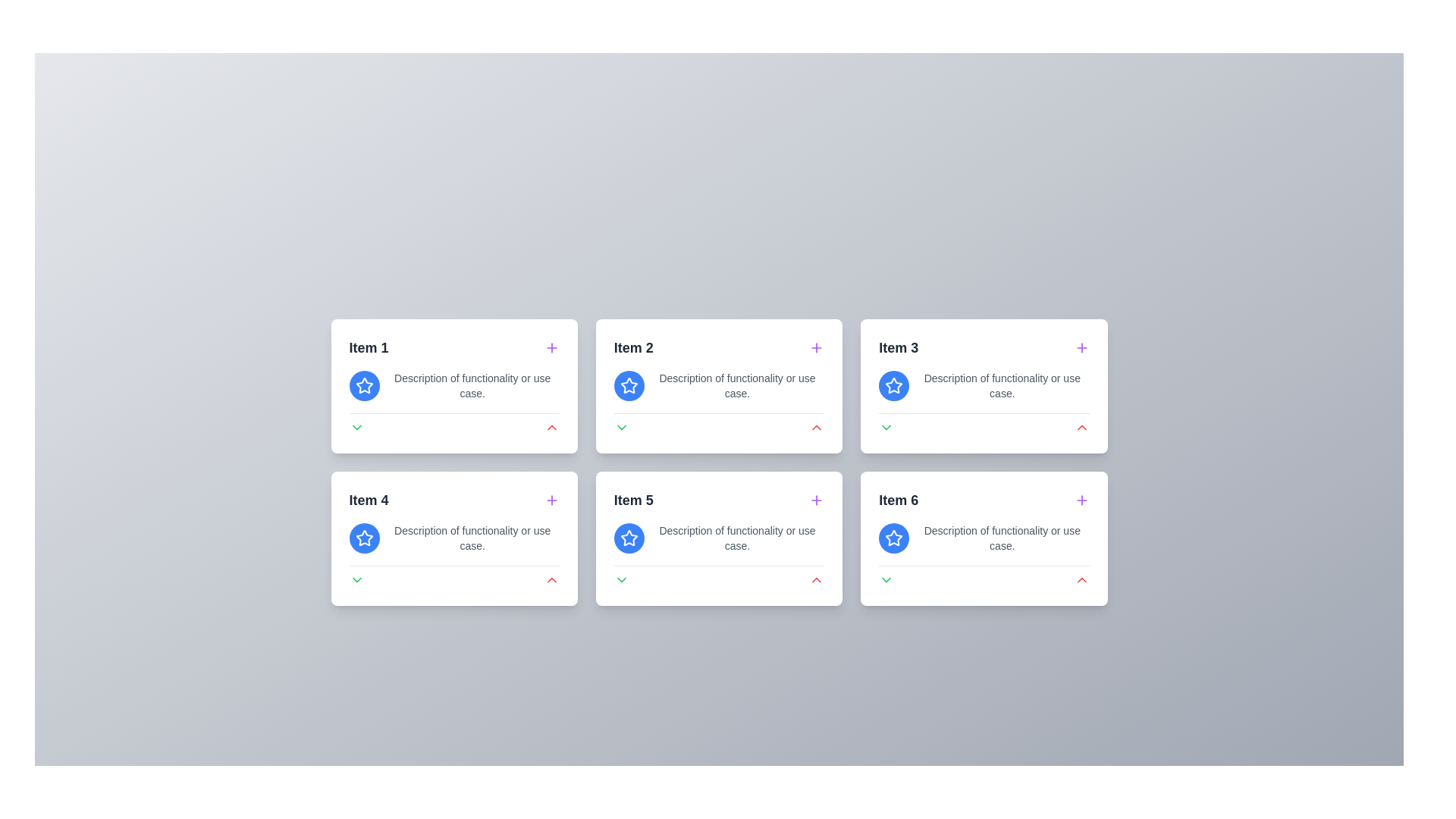 The height and width of the screenshot is (819, 1456). What do you see at coordinates (629, 385) in the screenshot?
I see `the star-shaped icon with a blue background and white interior located` at bounding box center [629, 385].